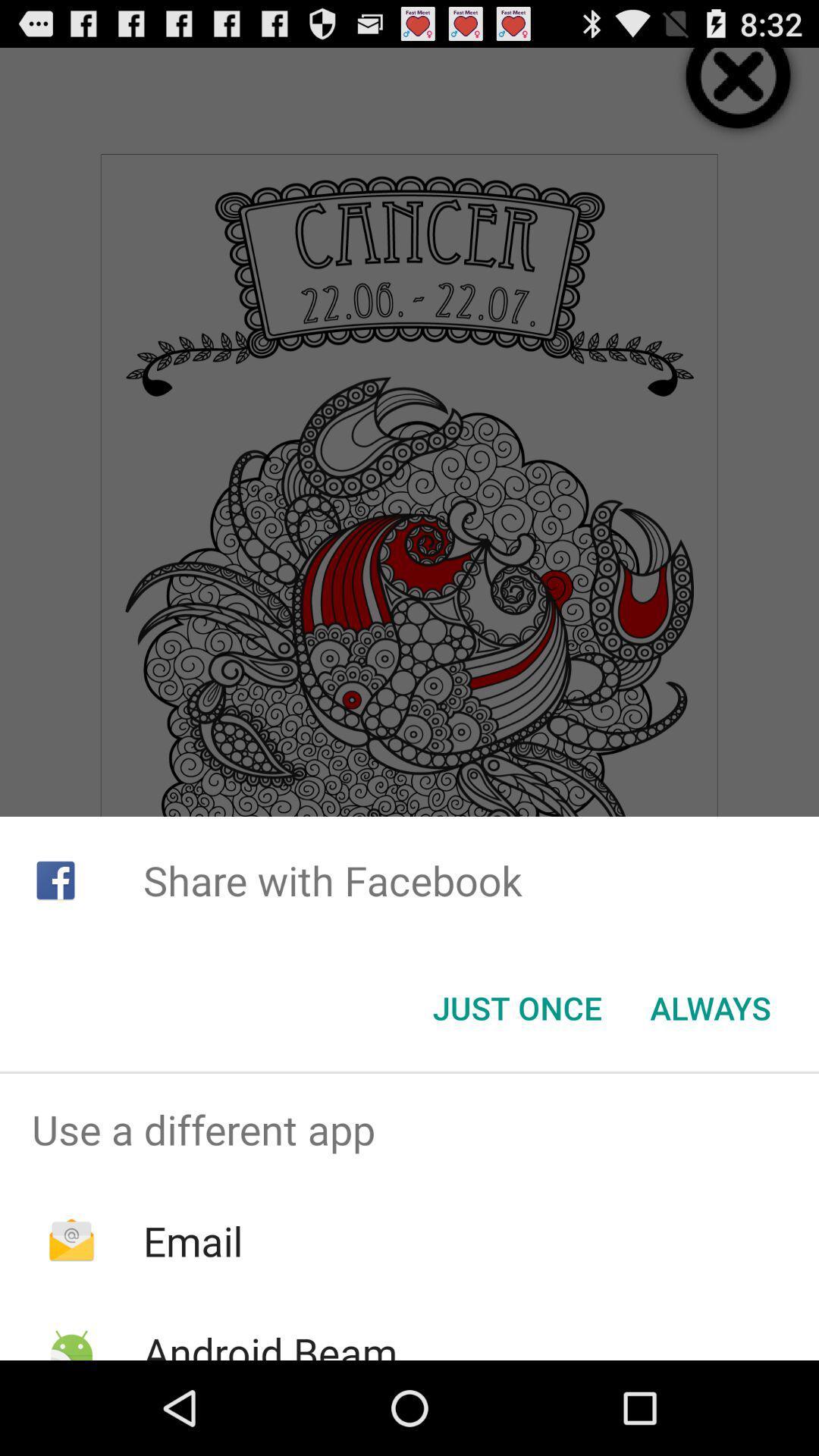 The image size is (819, 1456). Describe the element at coordinates (409, 1129) in the screenshot. I see `the item above the email icon` at that location.